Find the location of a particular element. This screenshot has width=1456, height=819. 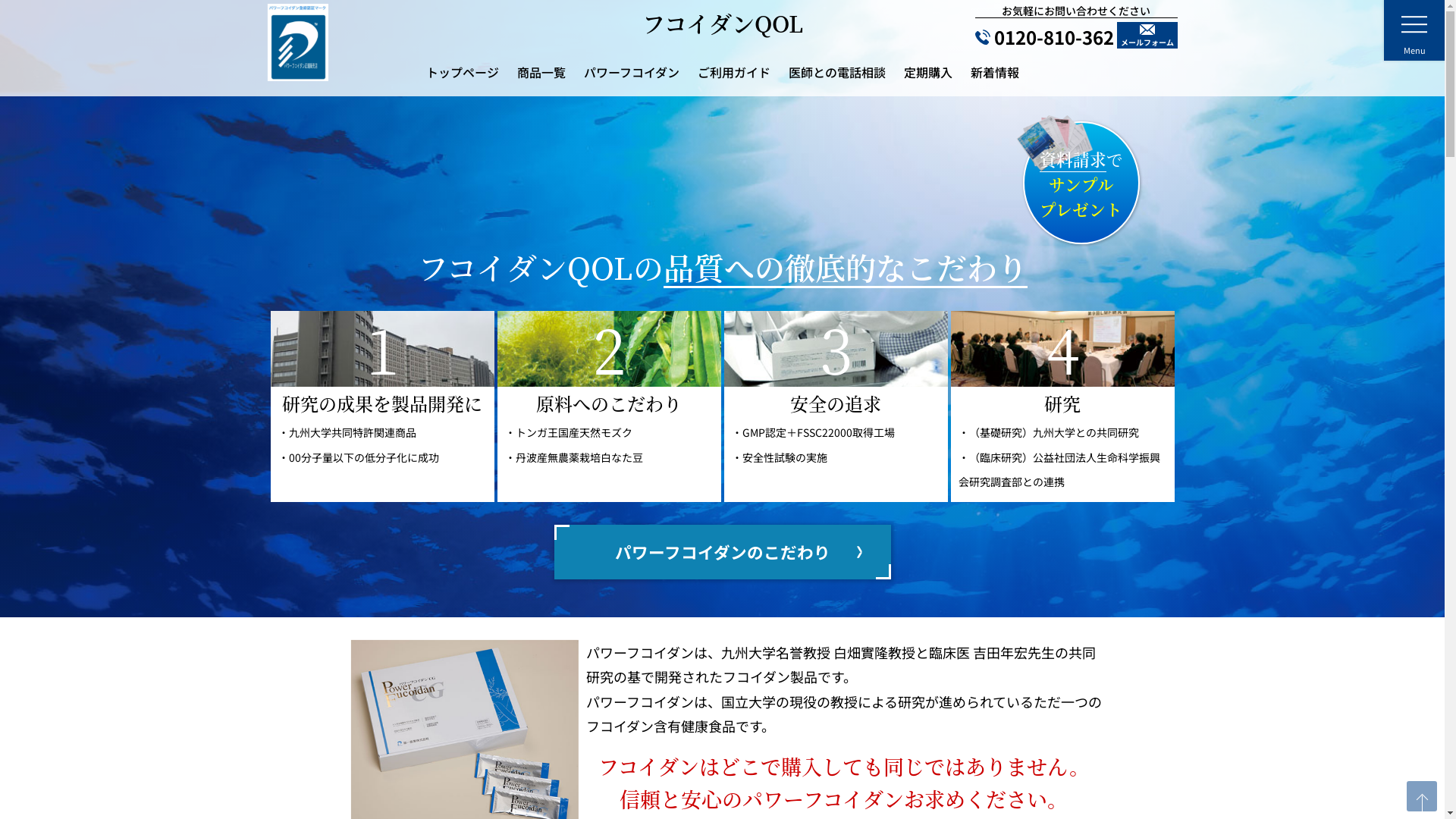

'0120-810-362' is located at coordinates (1043, 36).